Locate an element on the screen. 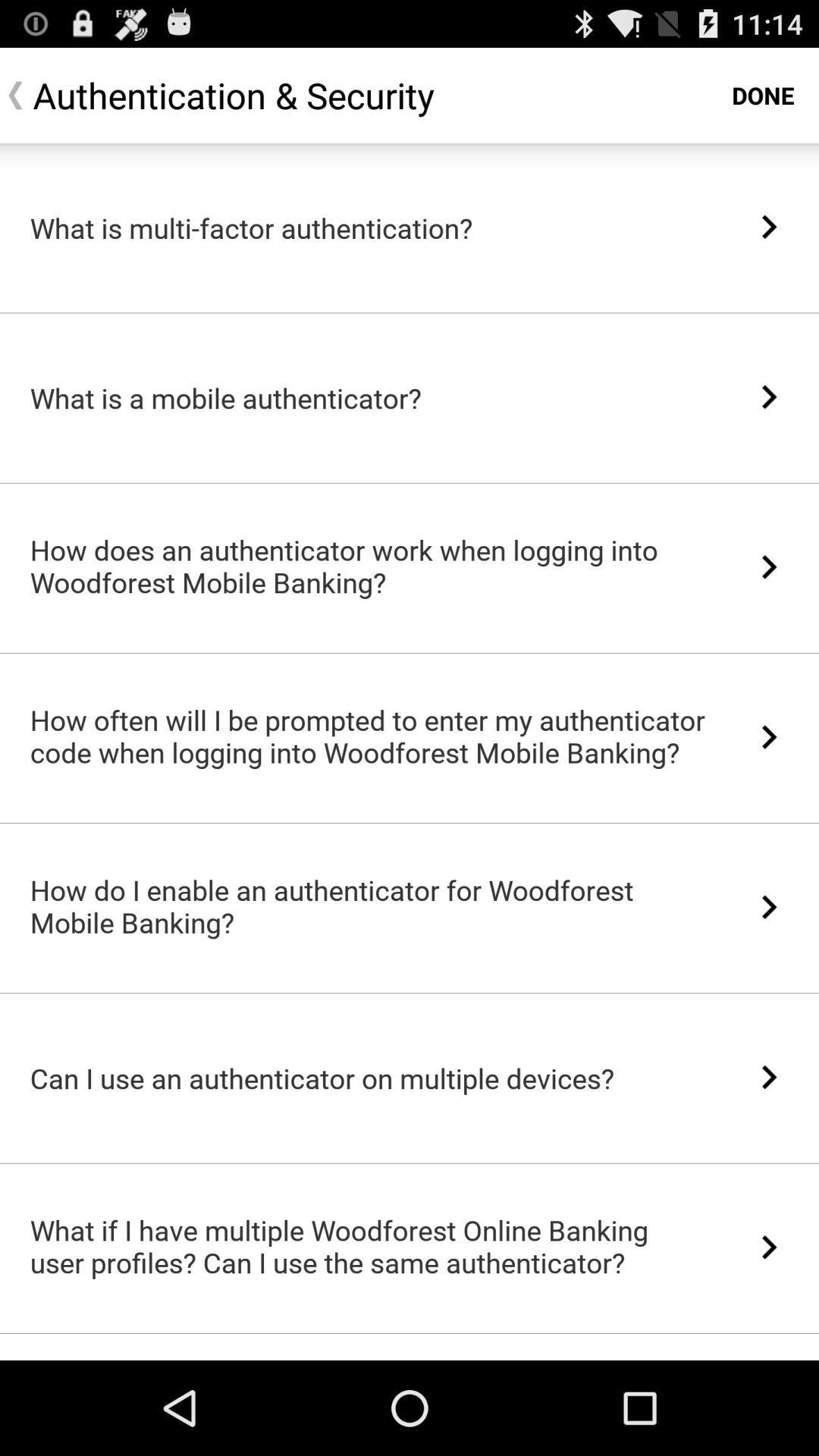 Image resolution: width=819 pixels, height=1456 pixels. item next to the how do i item is located at coordinates (769, 907).